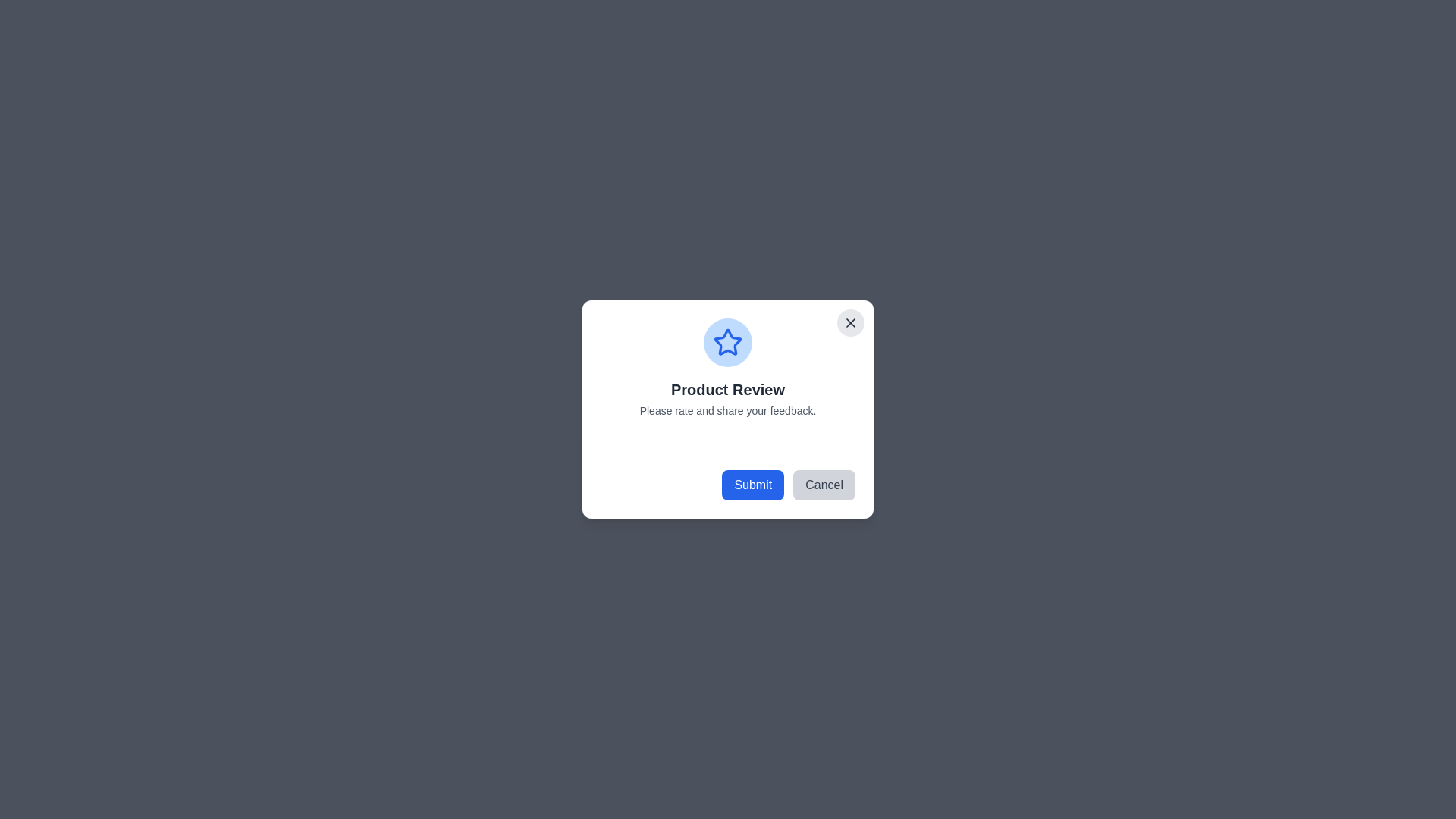  Describe the element at coordinates (851, 322) in the screenshot. I see `the Close button located in the upper-right corner of the modal dialog box` at that location.